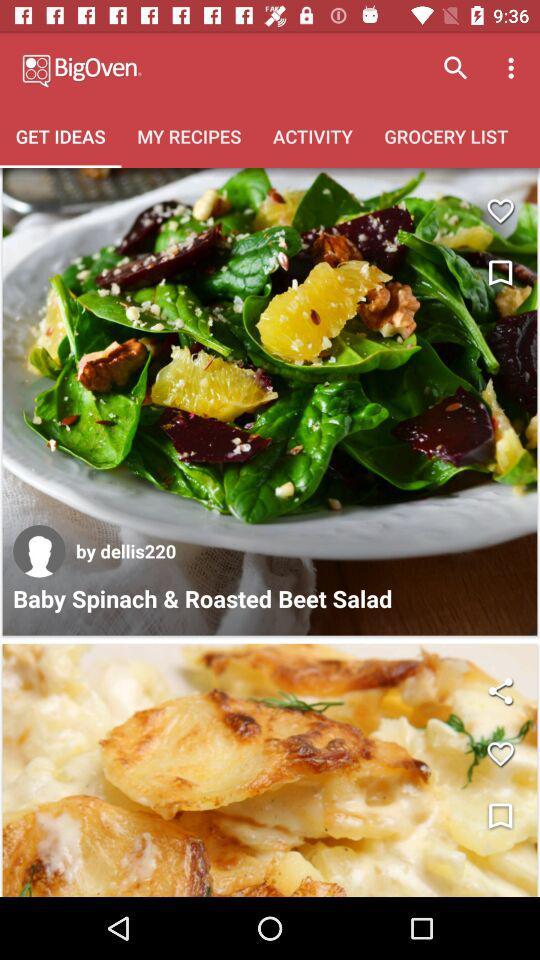 This screenshot has width=540, height=960. Describe the element at coordinates (39, 551) in the screenshot. I see `icon above baby spinach roasted icon` at that location.